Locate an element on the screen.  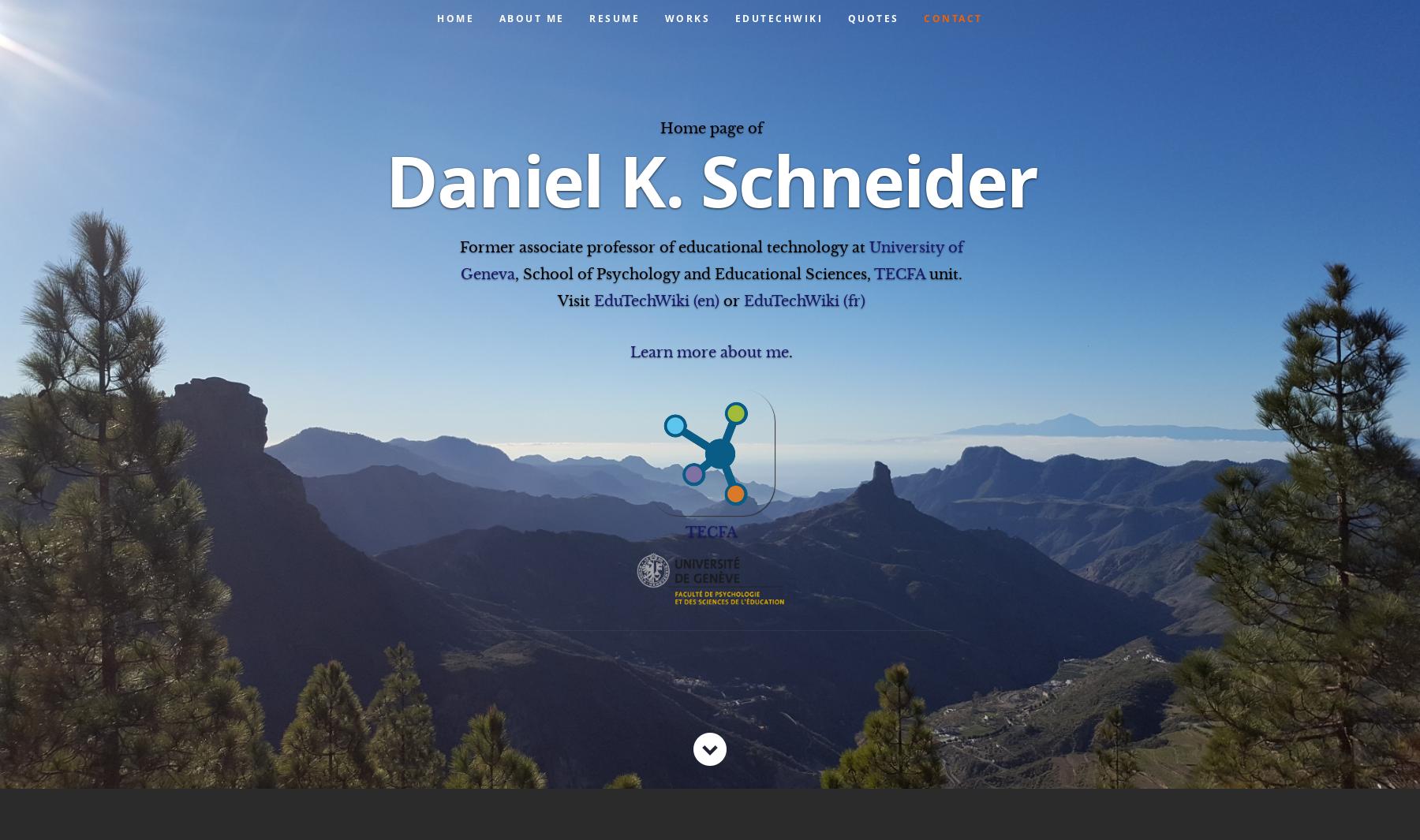
'Contact' is located at coordinates (951, 17).